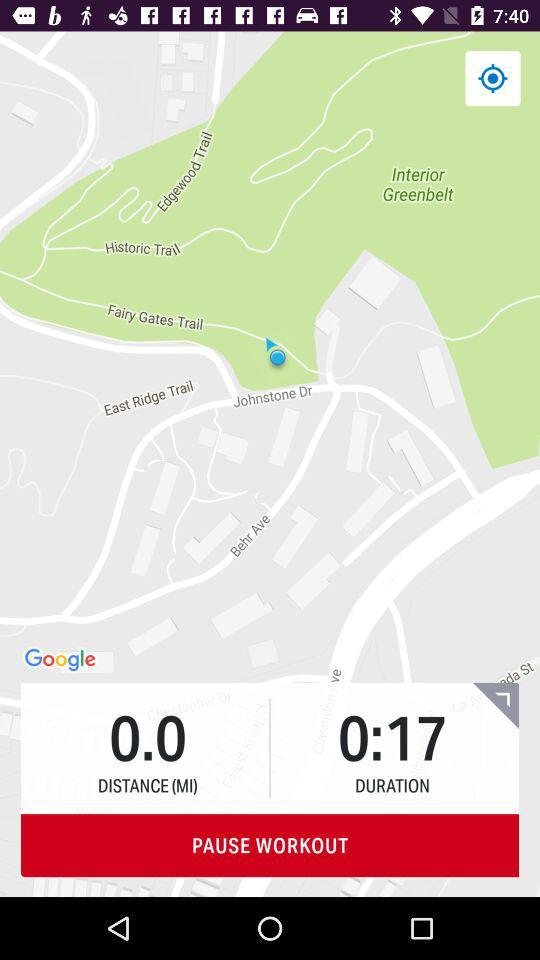 Image resolution: width=540 pixels, height=960 pixels. Describe the element at coordinates (491, 78) in the screenshot. I see `show location` at that location.